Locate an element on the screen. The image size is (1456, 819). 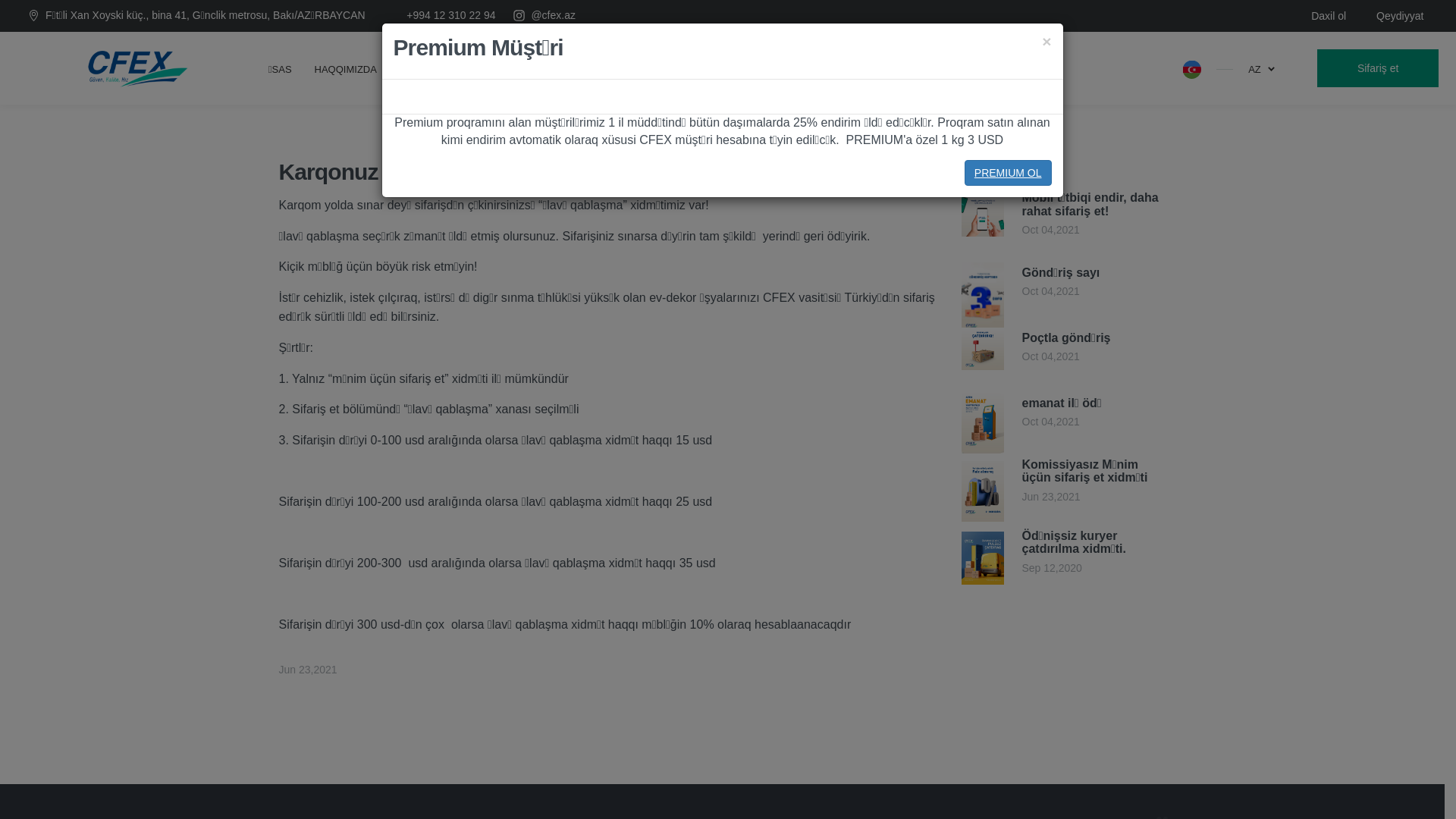
'HAQQIMIZDA' is located at coordinates (345, 67).